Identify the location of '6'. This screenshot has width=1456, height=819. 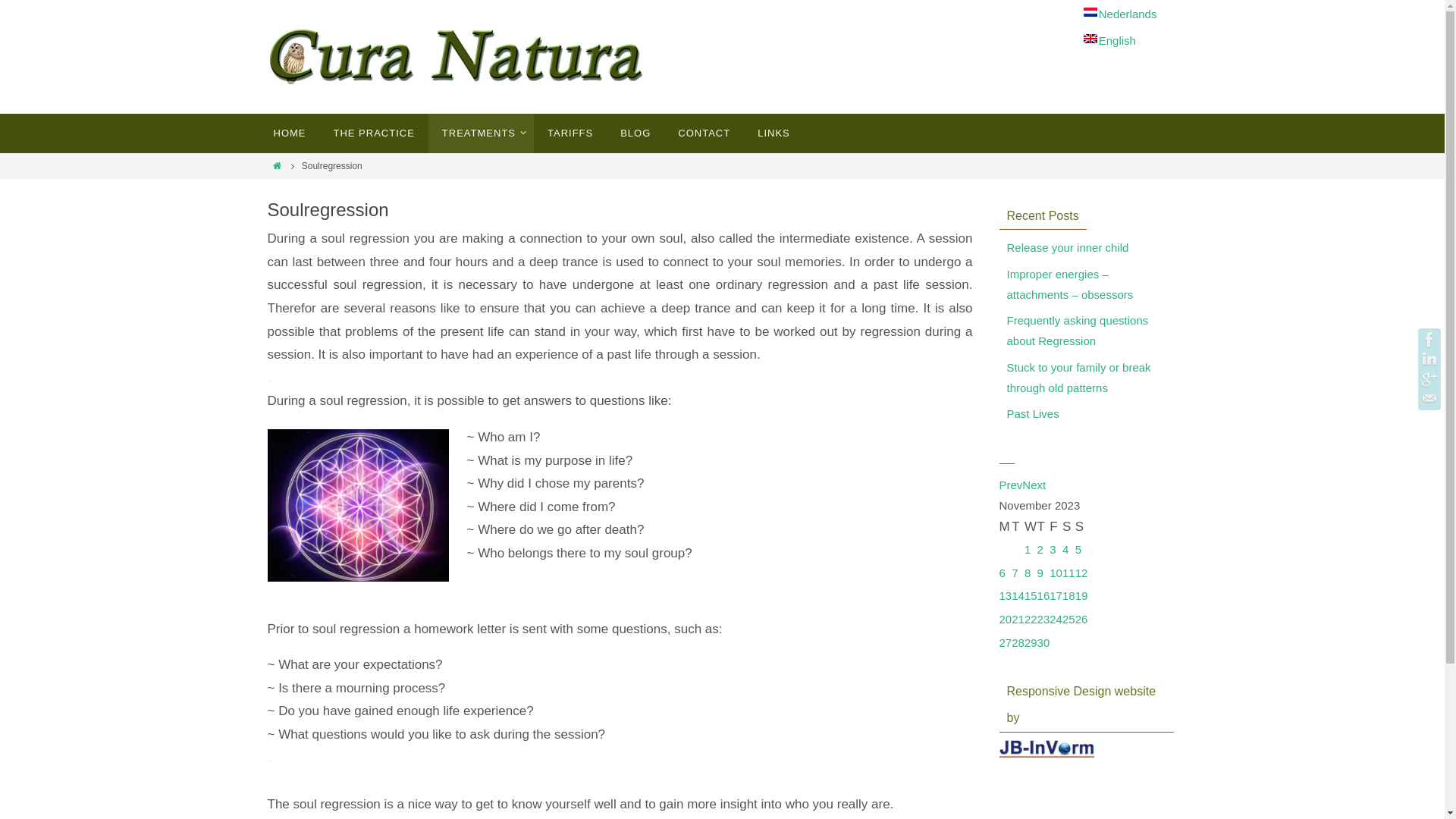
(999, 573).